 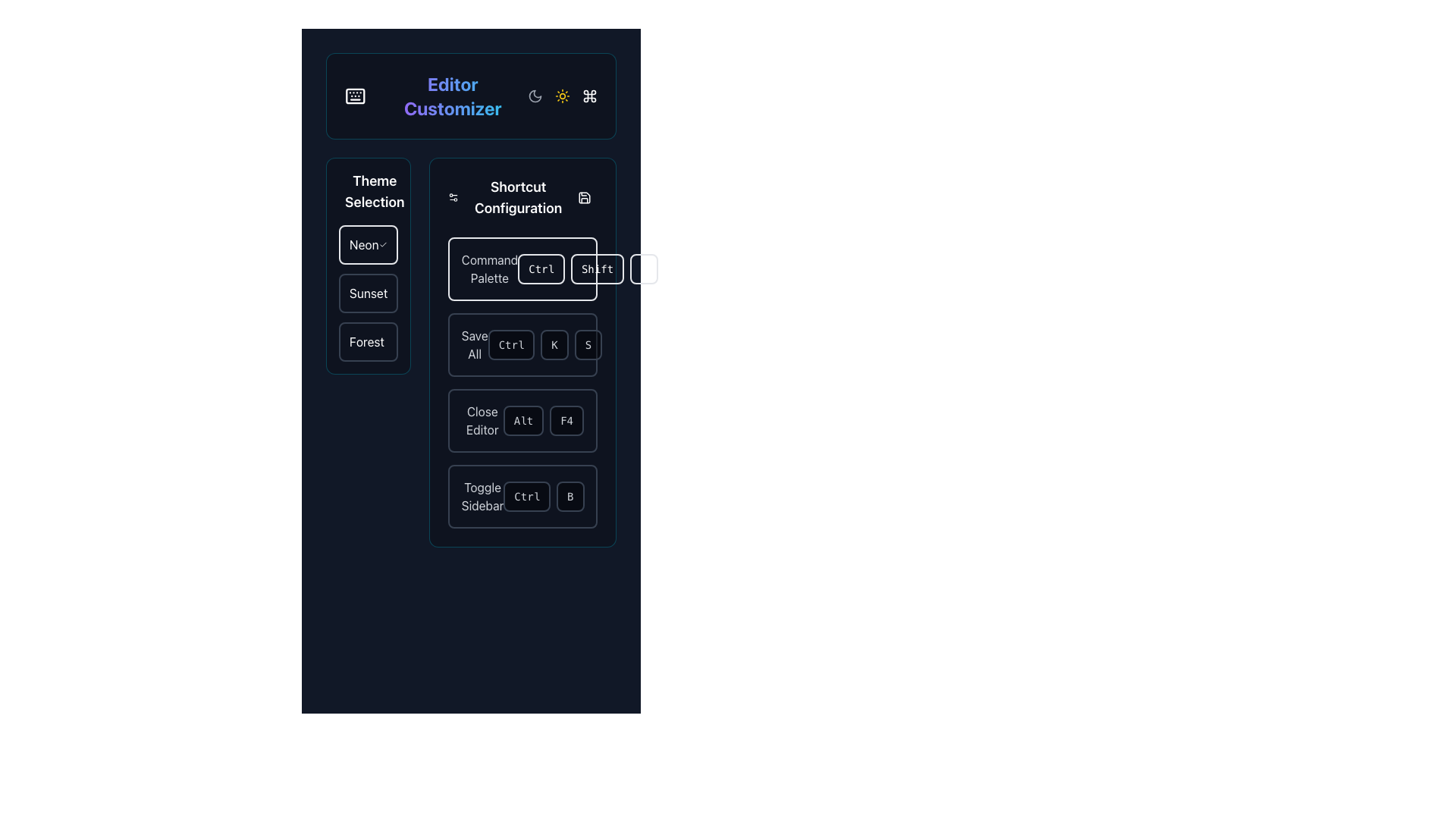 I want to click on the 'S' shortcut key button in the 'Save All' group to simulate a key press, so click(x=588, y=345).